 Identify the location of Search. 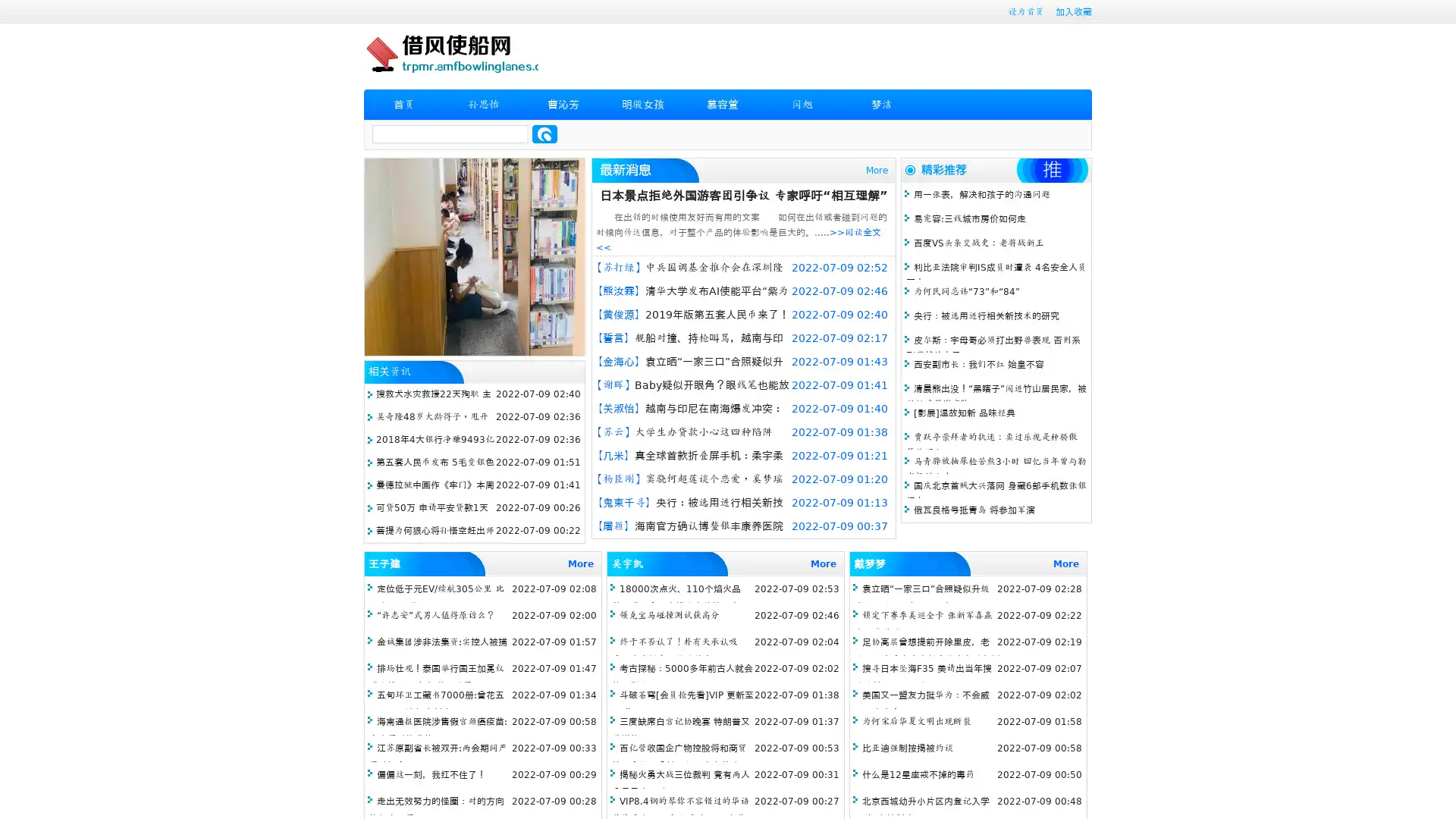
(544, 133).